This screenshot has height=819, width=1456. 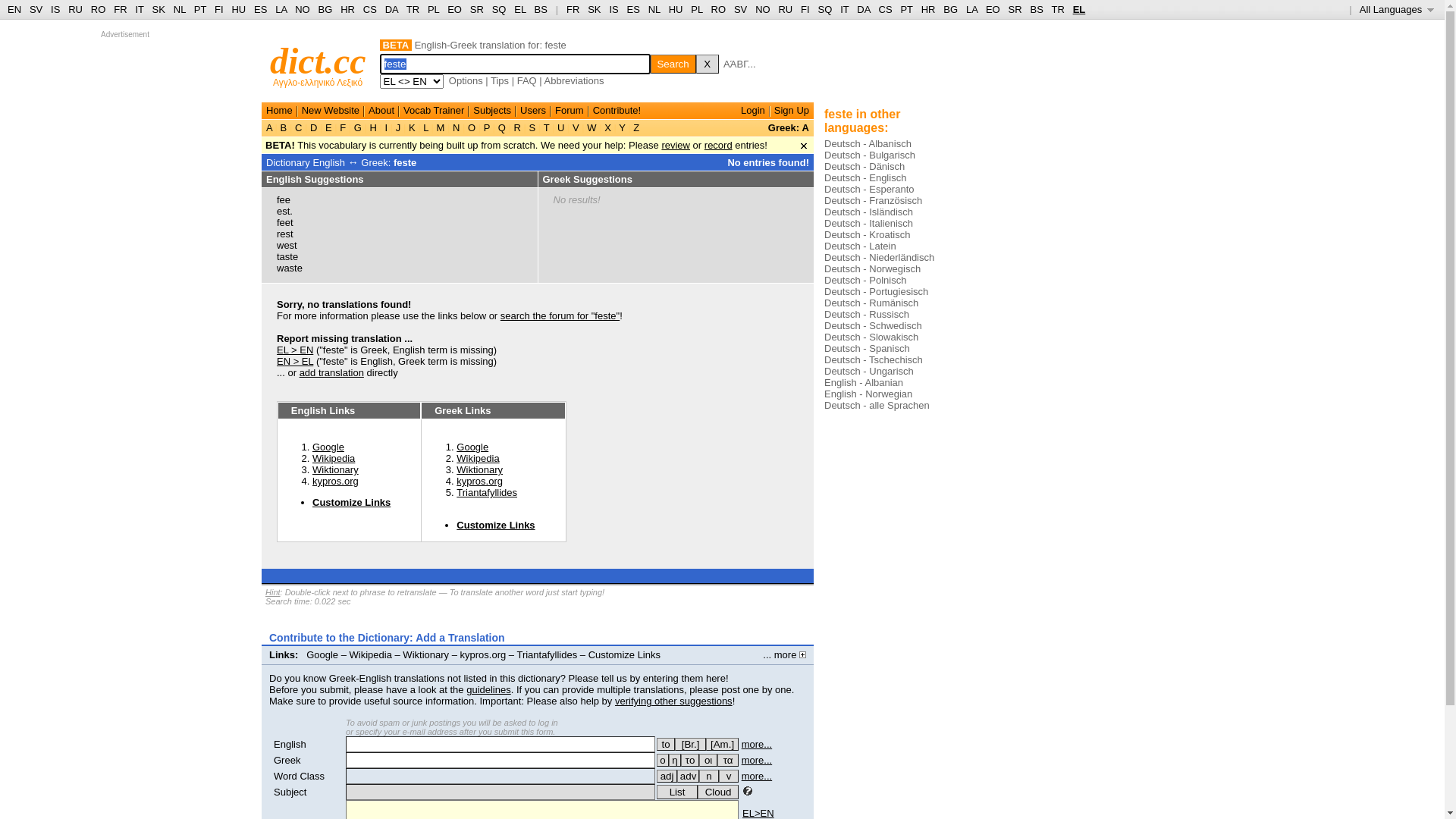 I want to click on 'J', so click(x=397, y=127).